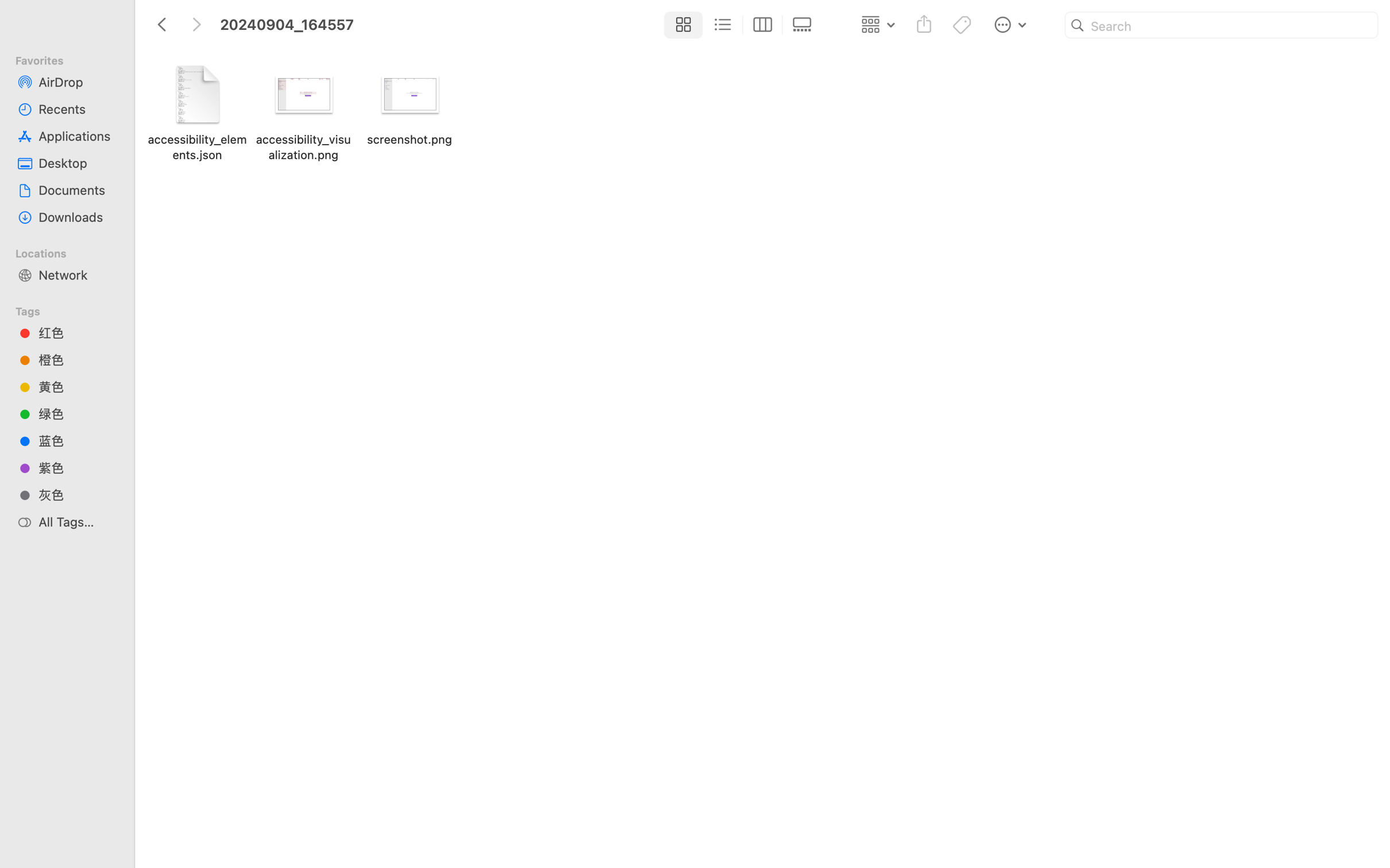 The height and width of the screenshot is (868, 1390). I want to click on 'Documents', so click(77, 190).